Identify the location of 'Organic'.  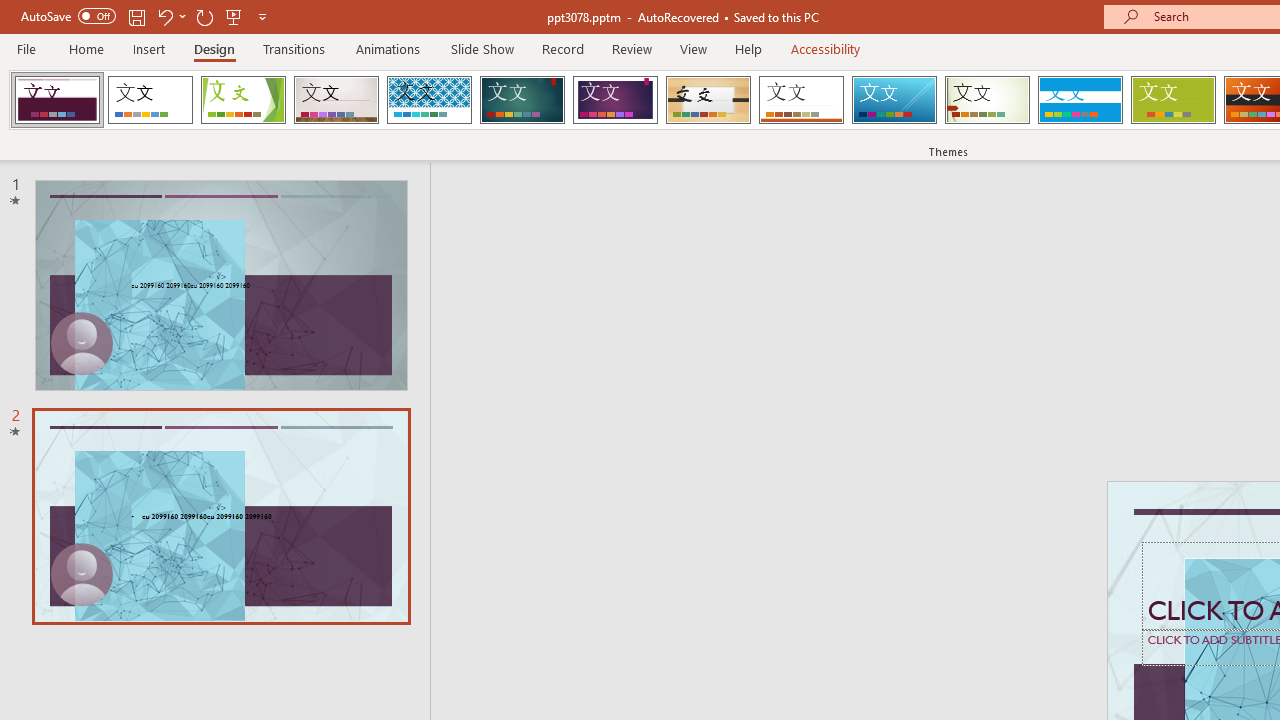
(708, 100).